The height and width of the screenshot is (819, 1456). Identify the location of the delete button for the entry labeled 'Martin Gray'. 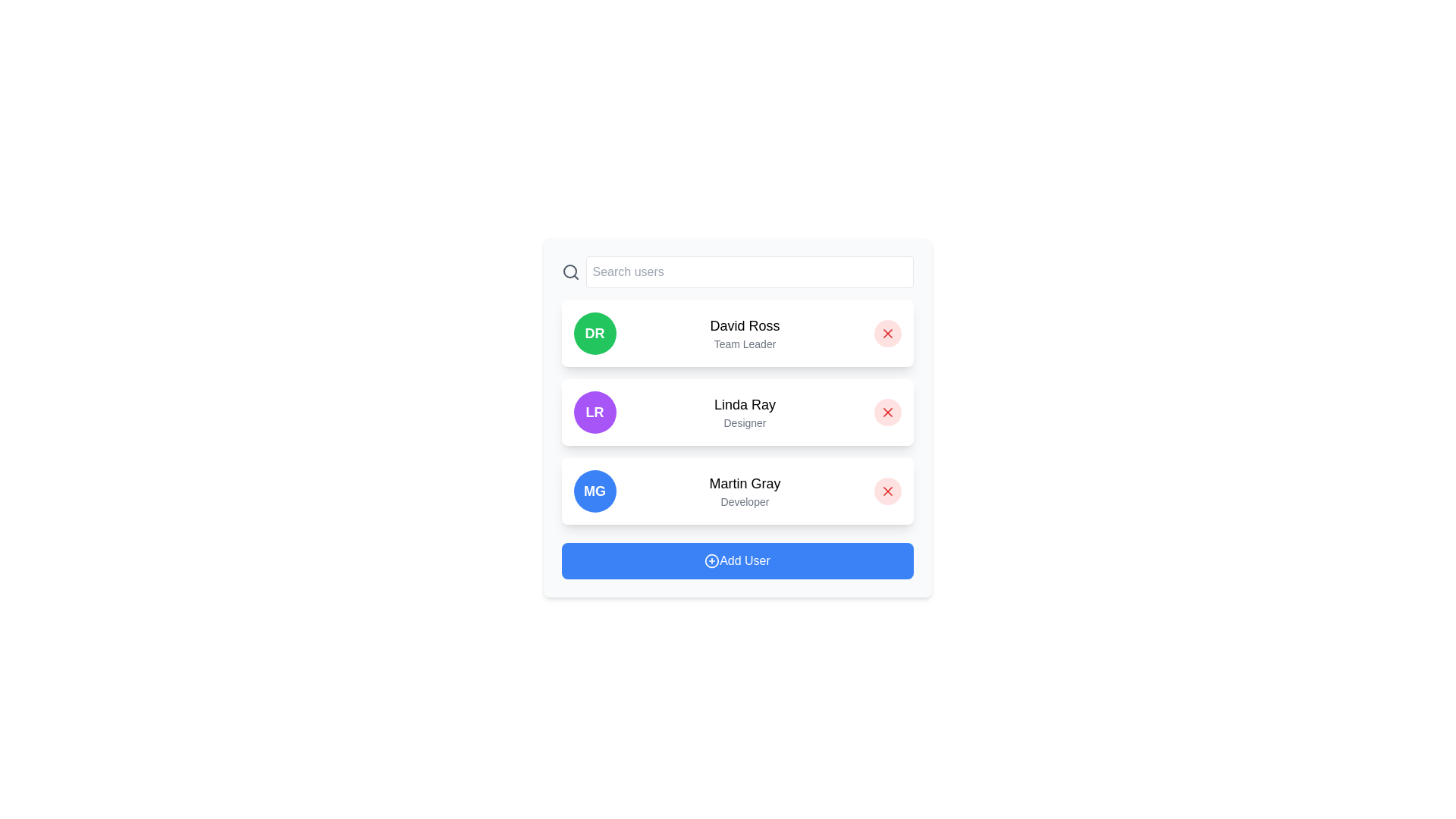
(887, 491).